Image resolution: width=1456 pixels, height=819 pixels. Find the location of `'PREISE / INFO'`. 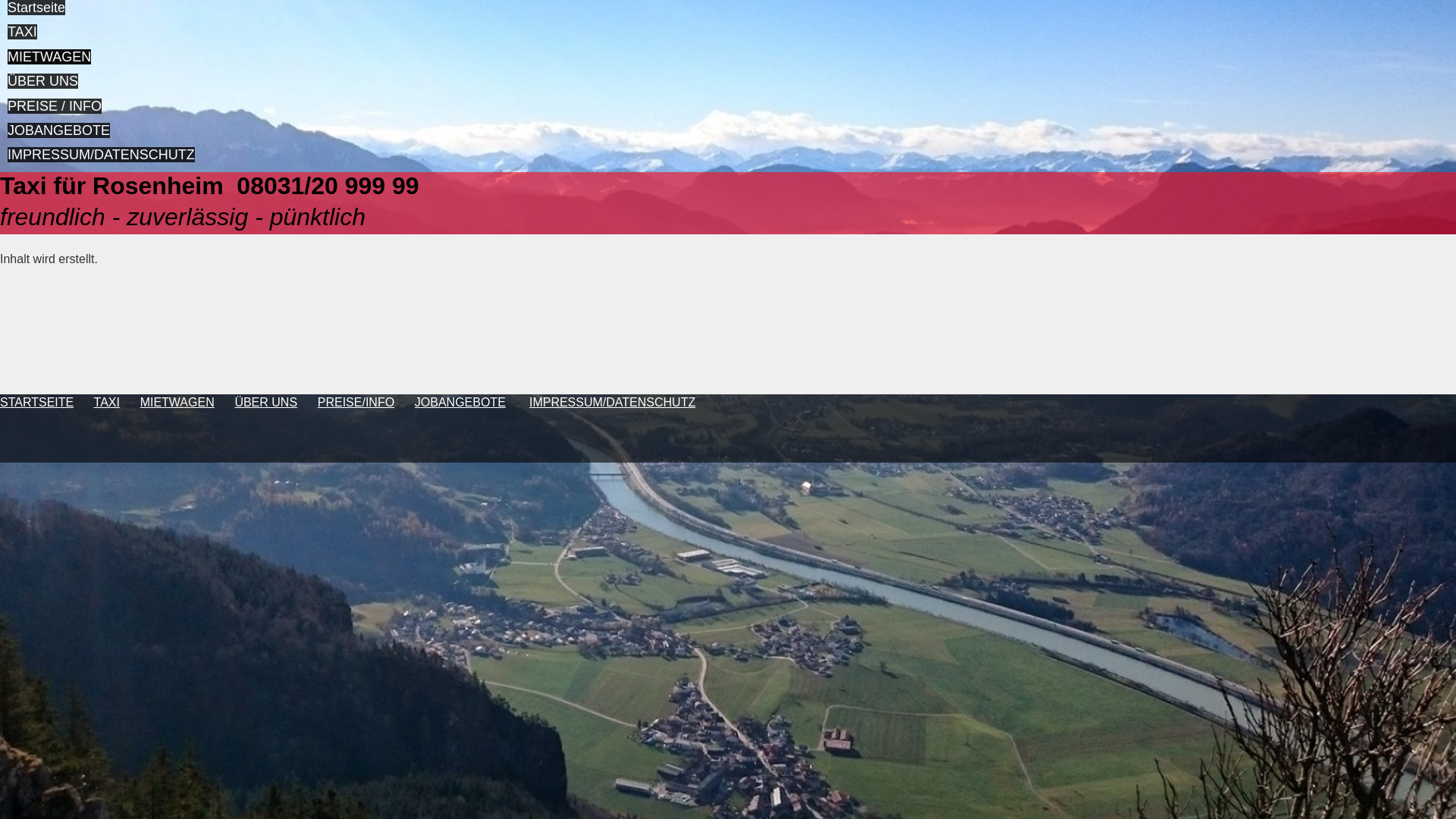

'PREISE / INFO' is located at coordinates (55, 105).